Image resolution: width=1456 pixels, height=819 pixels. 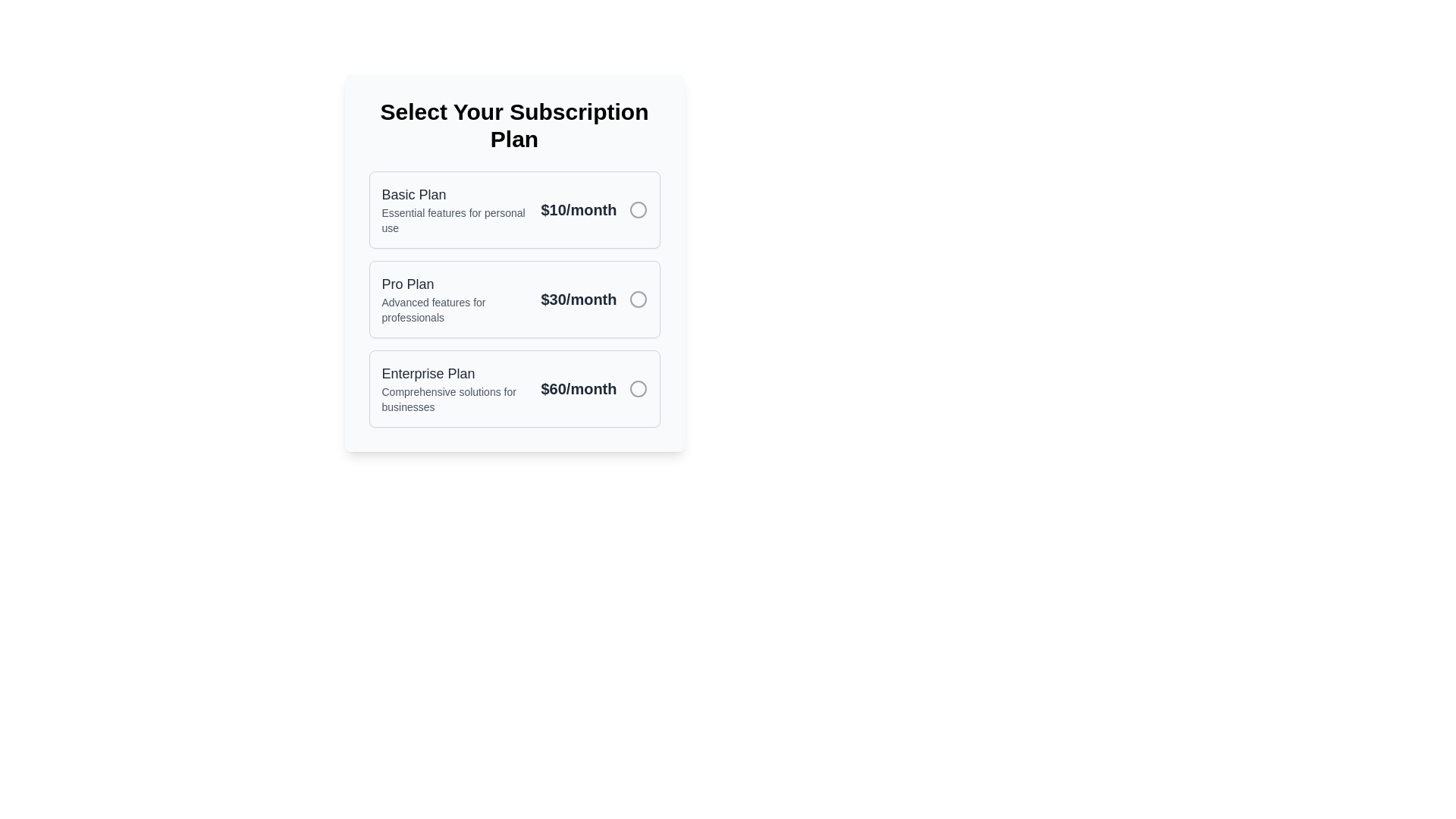 What do you see at coordinates (454, 299) in the screenshot?
I see `the text element titled 'Pro Plan'` at bounding box center [454, 299].